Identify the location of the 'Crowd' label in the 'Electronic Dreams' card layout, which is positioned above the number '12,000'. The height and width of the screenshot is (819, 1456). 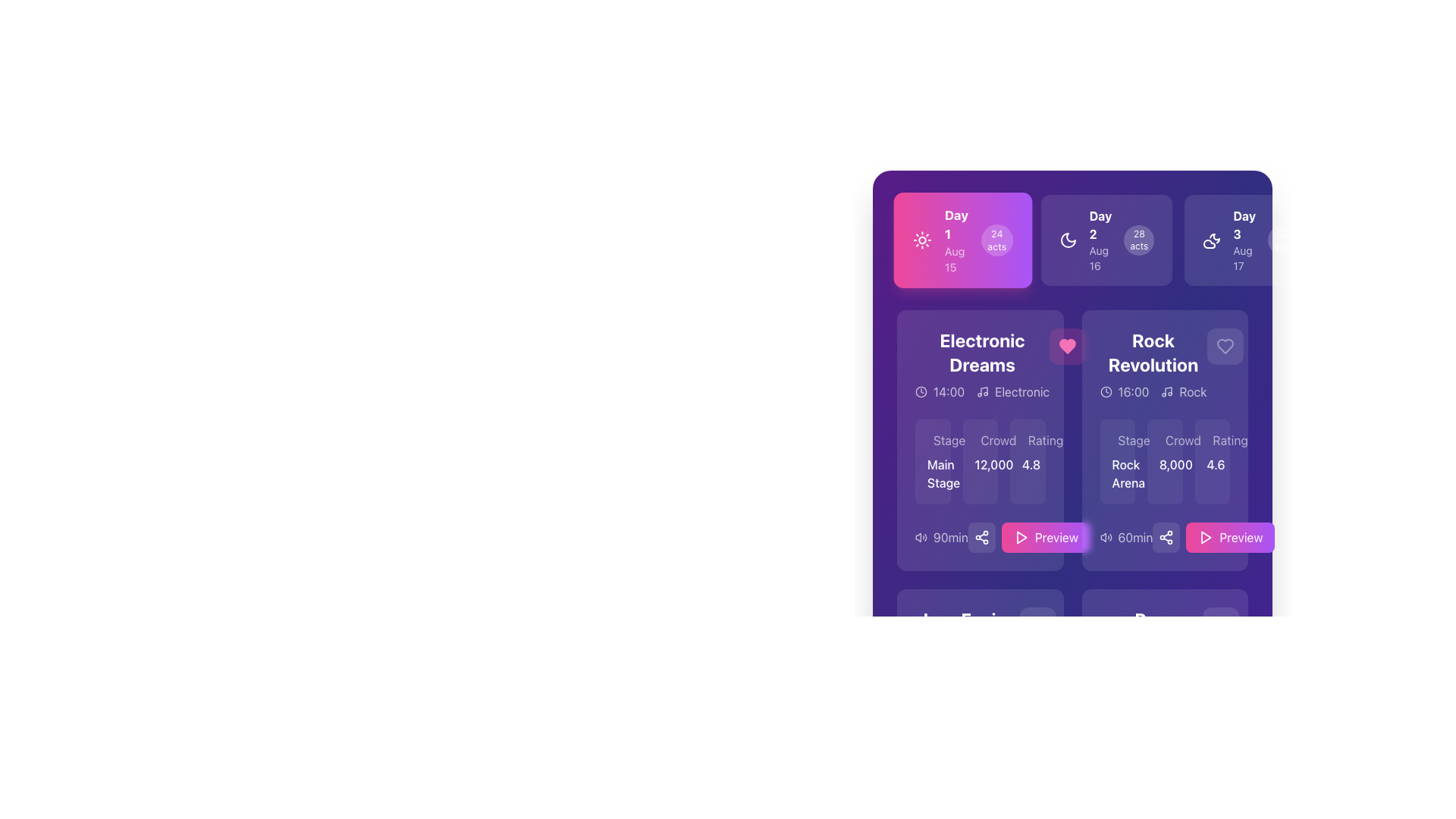
(980, 441).